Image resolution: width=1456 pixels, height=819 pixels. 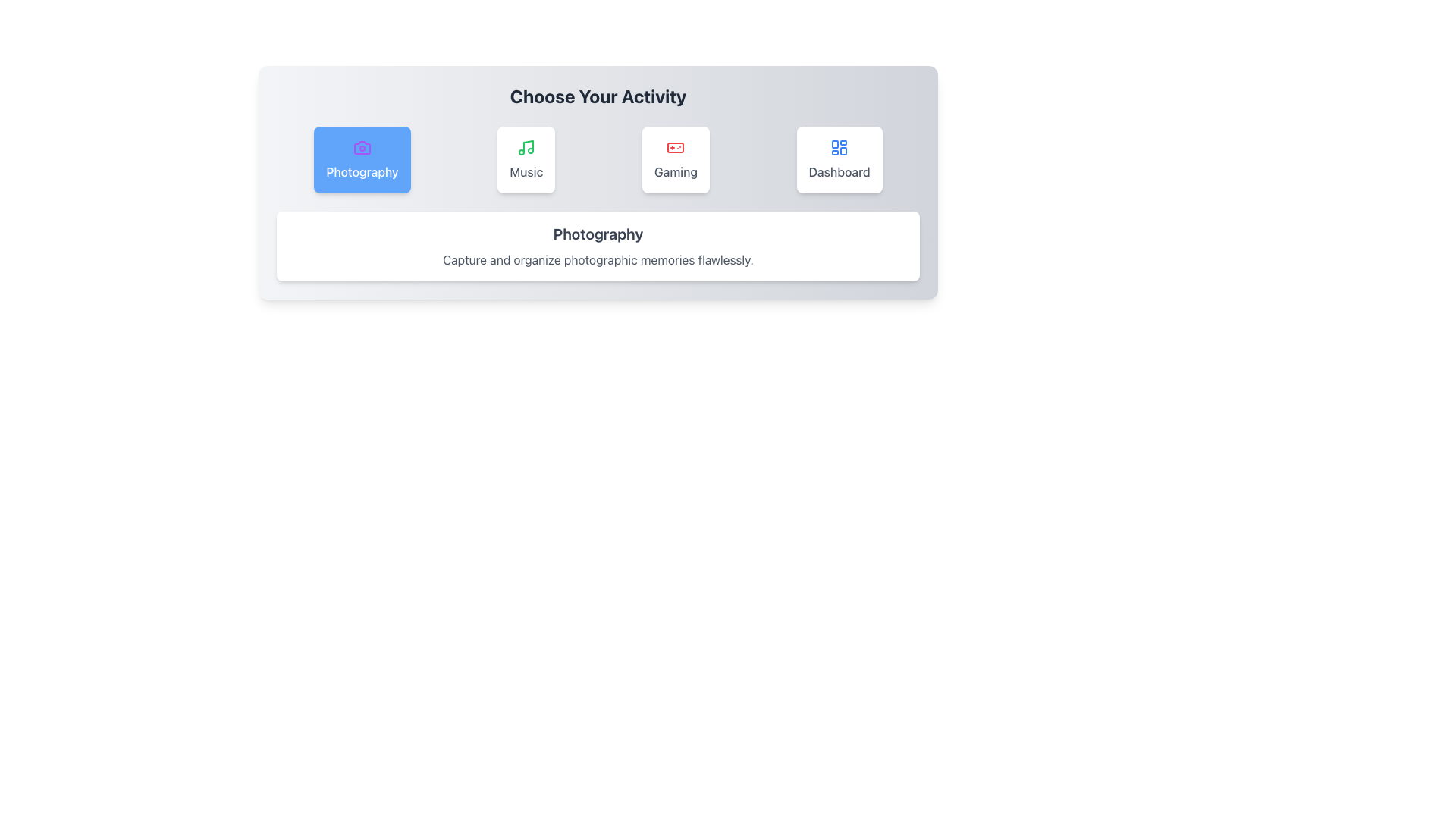 What do you see at coordinates (362, 160) in the screenshot?
I see `the first clickable button labeled 'Photography' with a blue background and a purple camera icon` at bounding box center [362, 160].